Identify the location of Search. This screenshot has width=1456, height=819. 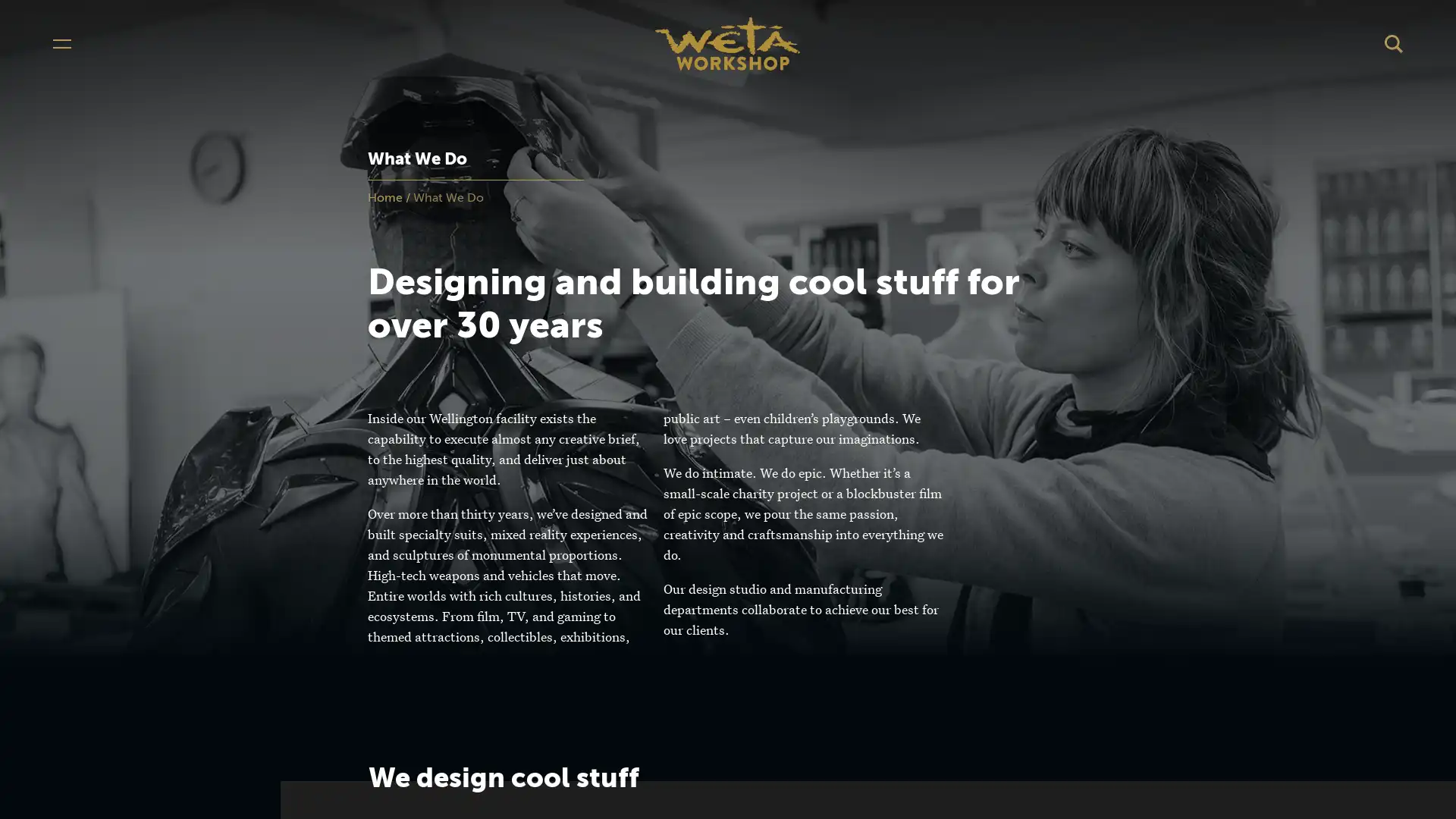
(1394, 42).